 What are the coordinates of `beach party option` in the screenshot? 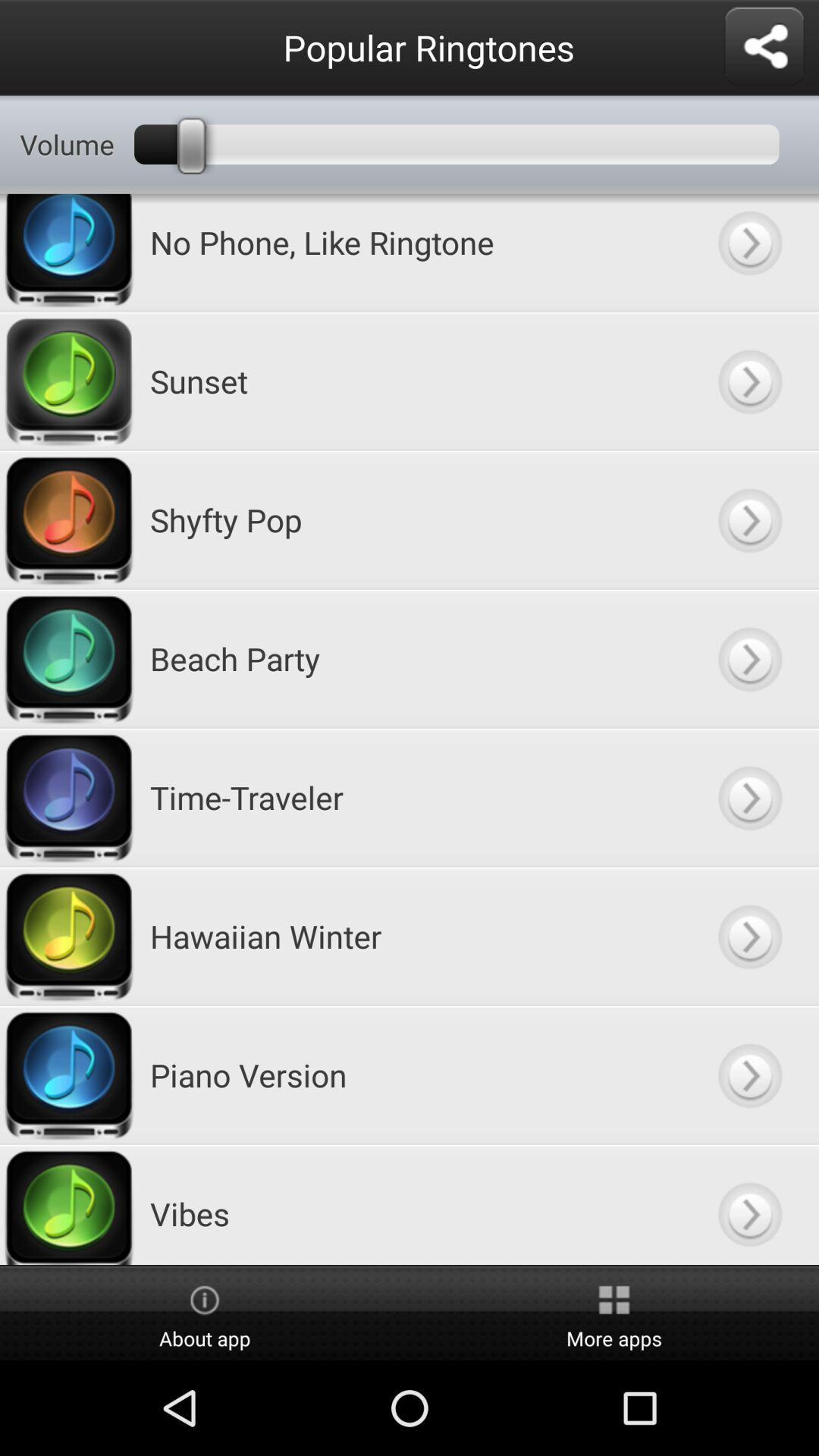 It's located at (748, 658).